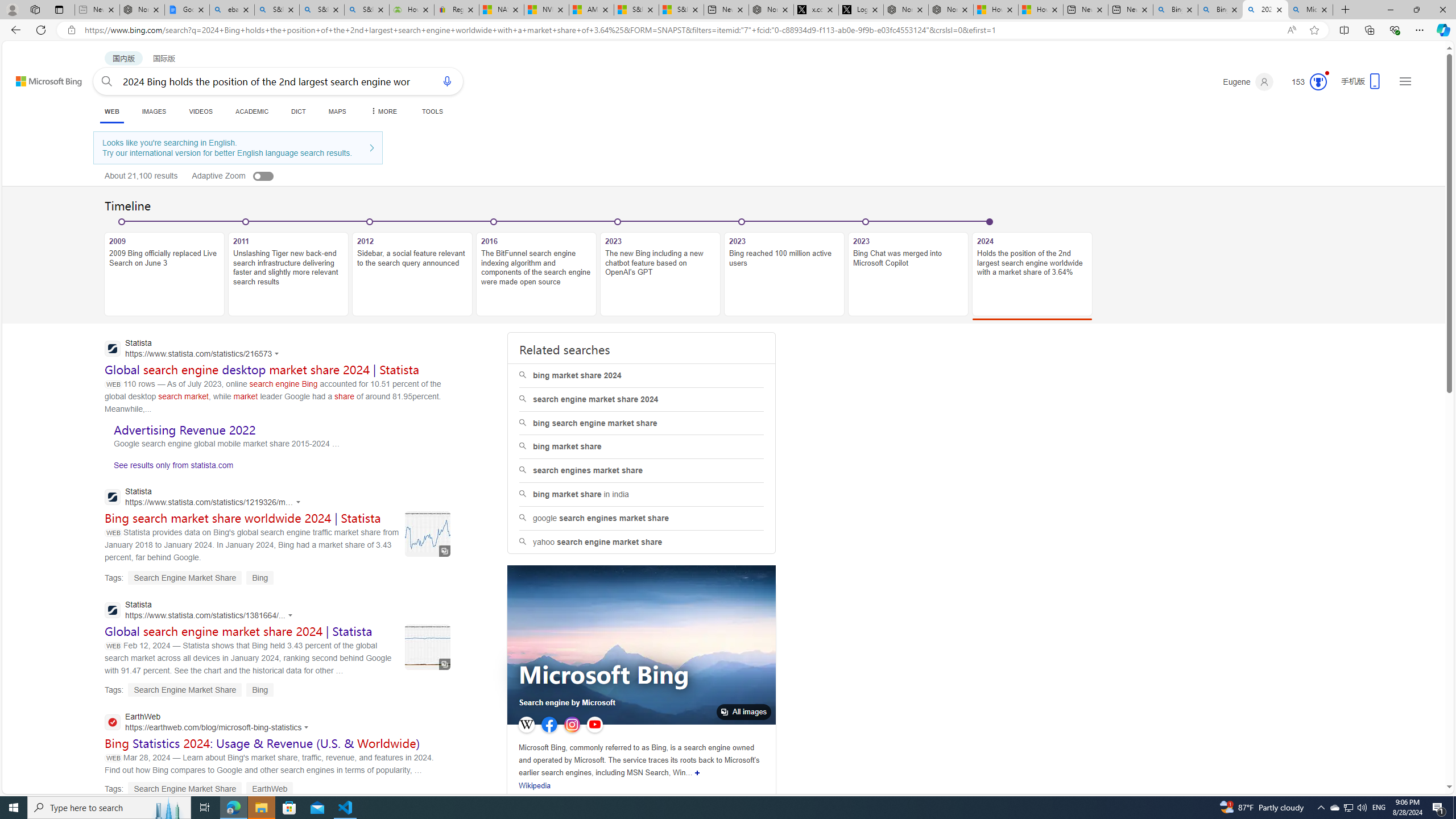 Image resolution: width=1456 pixels, height=819 pixels. What do you see at coordinates (199, 788) in the screenshot?
I see `'Tags: Search Engine Market Share EarthWeb'` at bounding box center [199, 788].